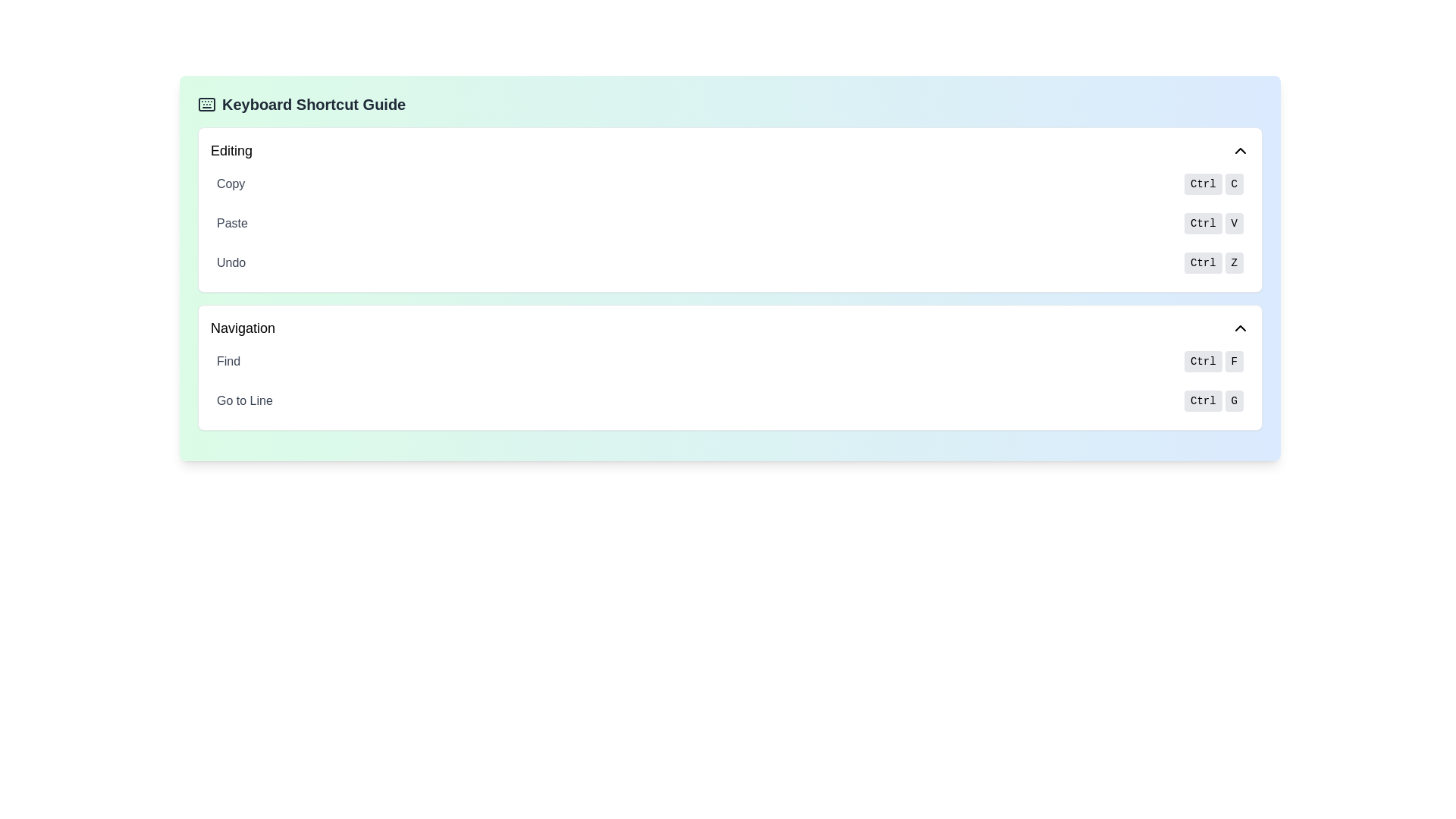 The height and width of the screenshot is (819, 1456). Describe the element at coordinates (1241, 327) in the screenshot. I see `the toggle icon located in the upper-right corner of the 'Navigation' section` at that location.